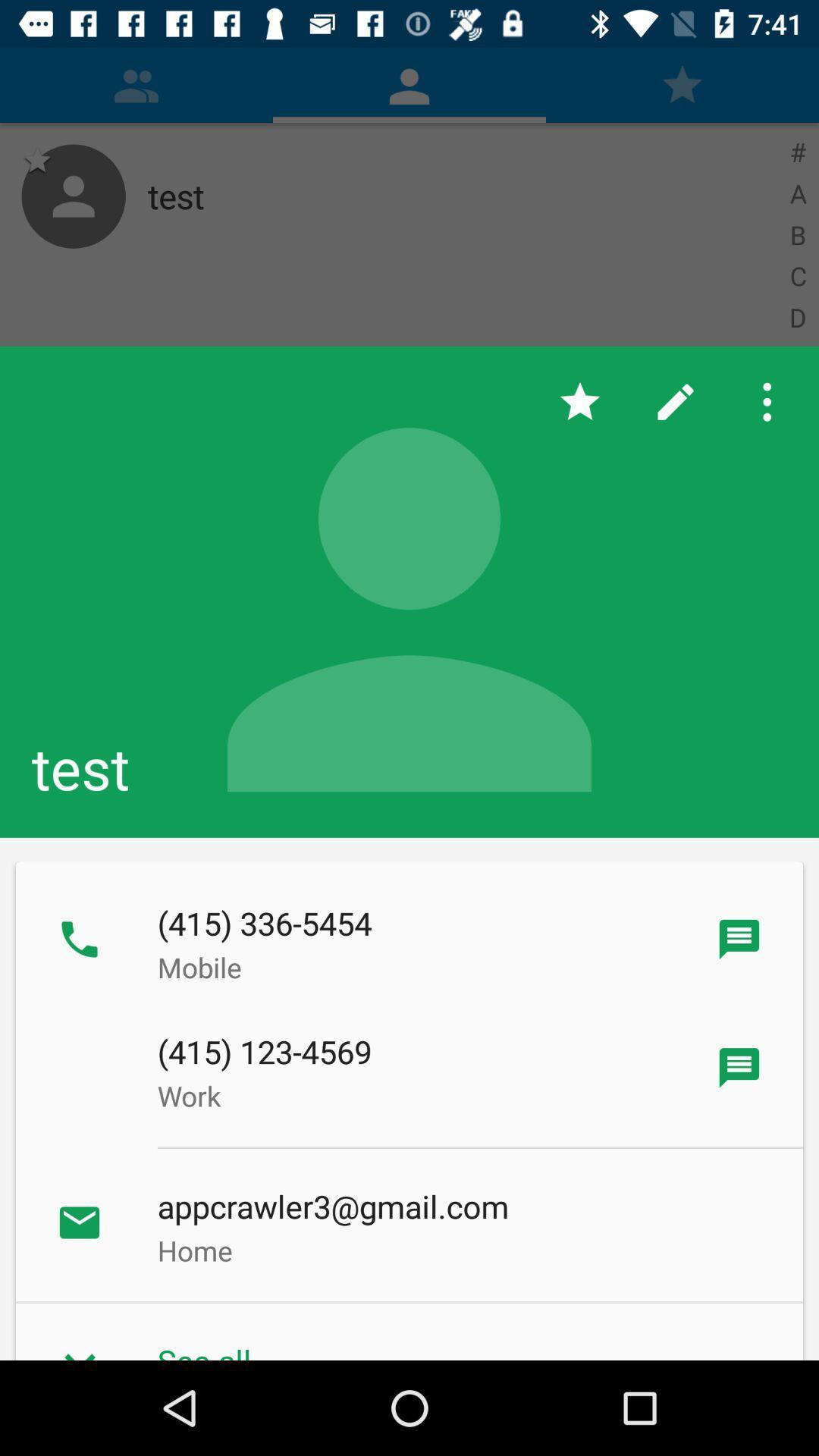  Describe the element at coordinates (675, 402) in the screenshot. I see `the item above test item` at that location.